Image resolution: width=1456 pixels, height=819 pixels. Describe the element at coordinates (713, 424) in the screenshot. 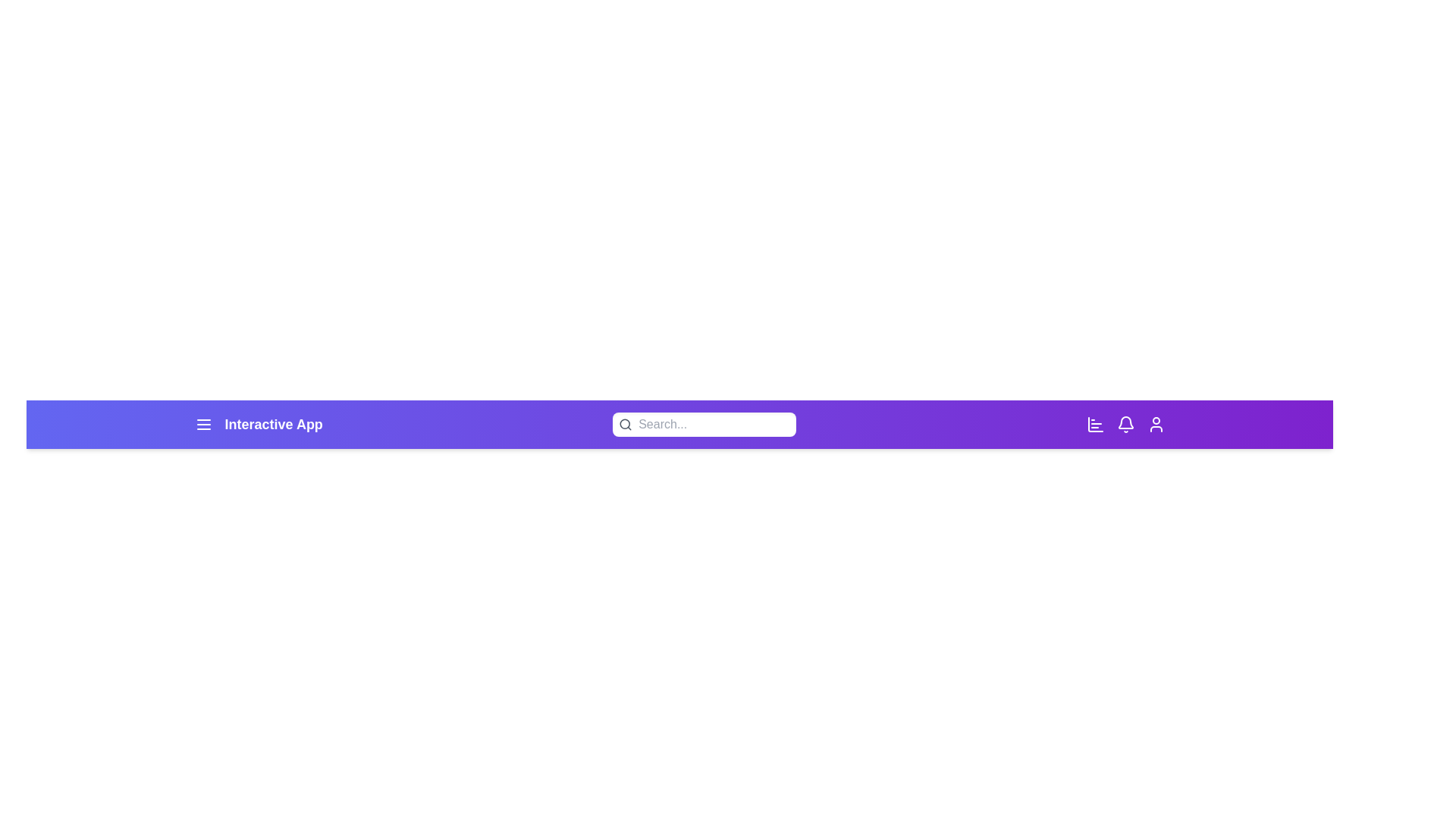

I see `the search input field and type 'example text'` at that location.